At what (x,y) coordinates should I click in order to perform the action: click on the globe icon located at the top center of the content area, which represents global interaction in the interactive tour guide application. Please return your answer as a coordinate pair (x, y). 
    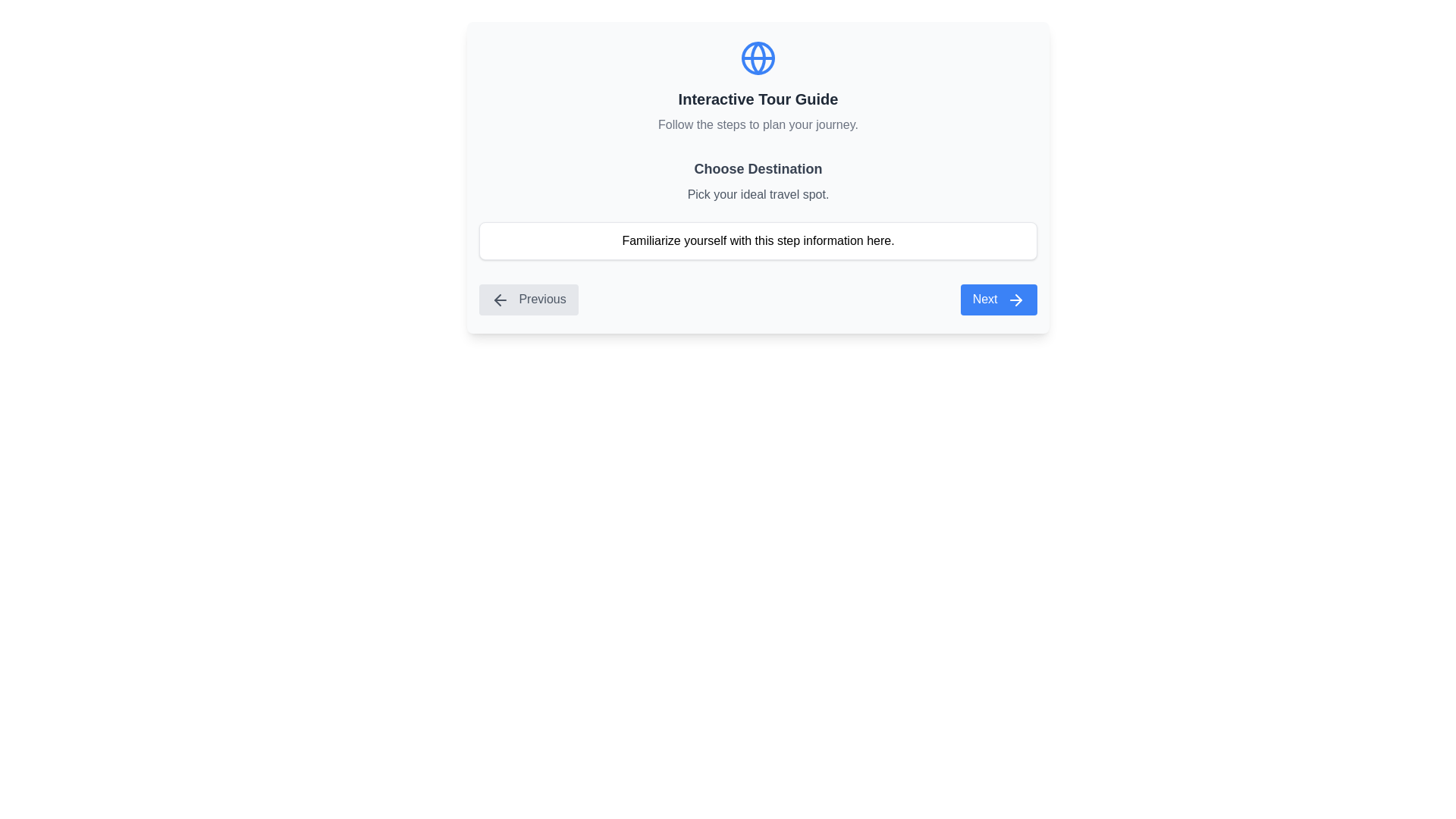
    Looking at the image, I should click on (758, 58).